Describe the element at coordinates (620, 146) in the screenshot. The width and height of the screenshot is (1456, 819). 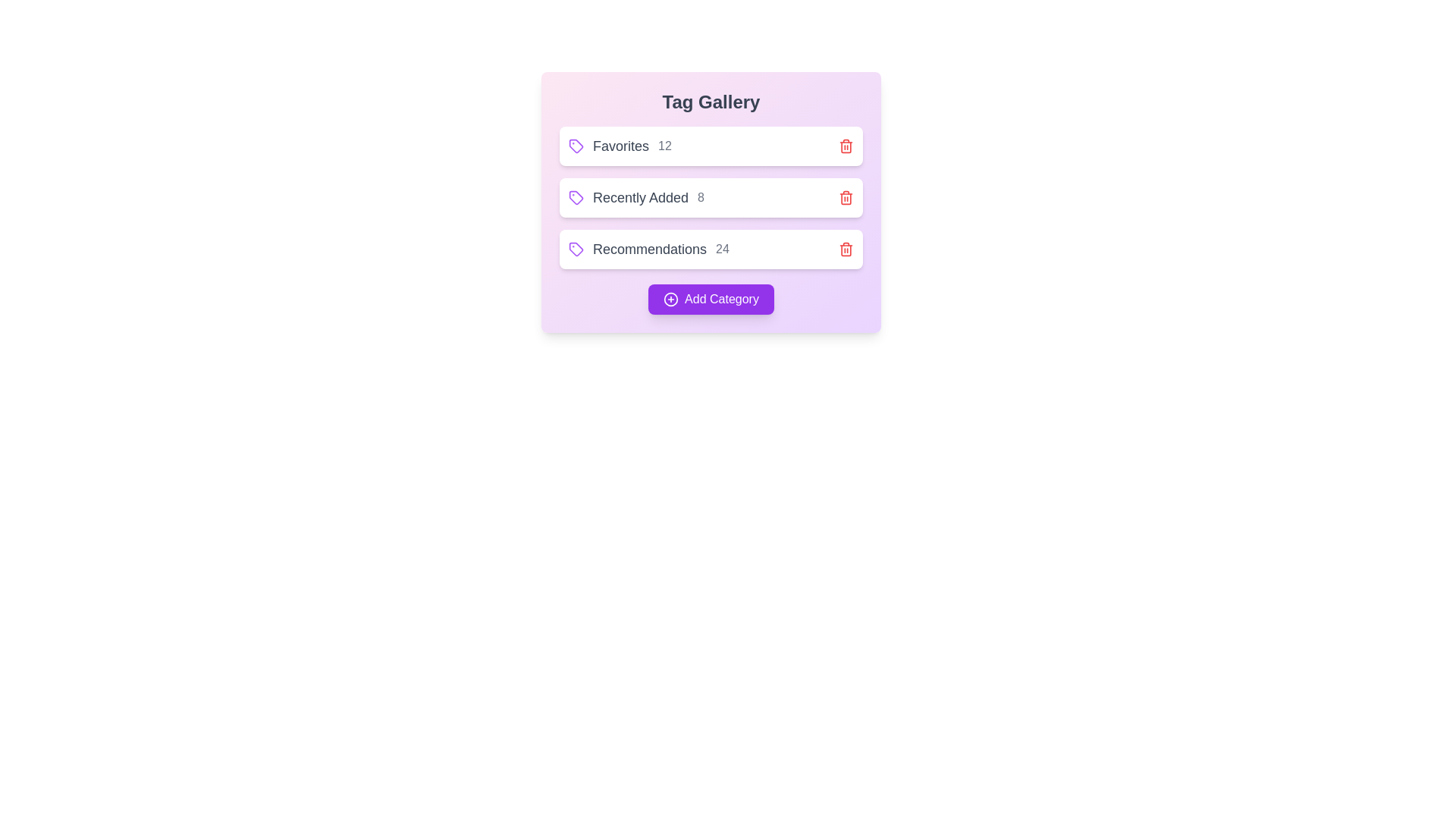
I see `the tag to view its item count` at that location.